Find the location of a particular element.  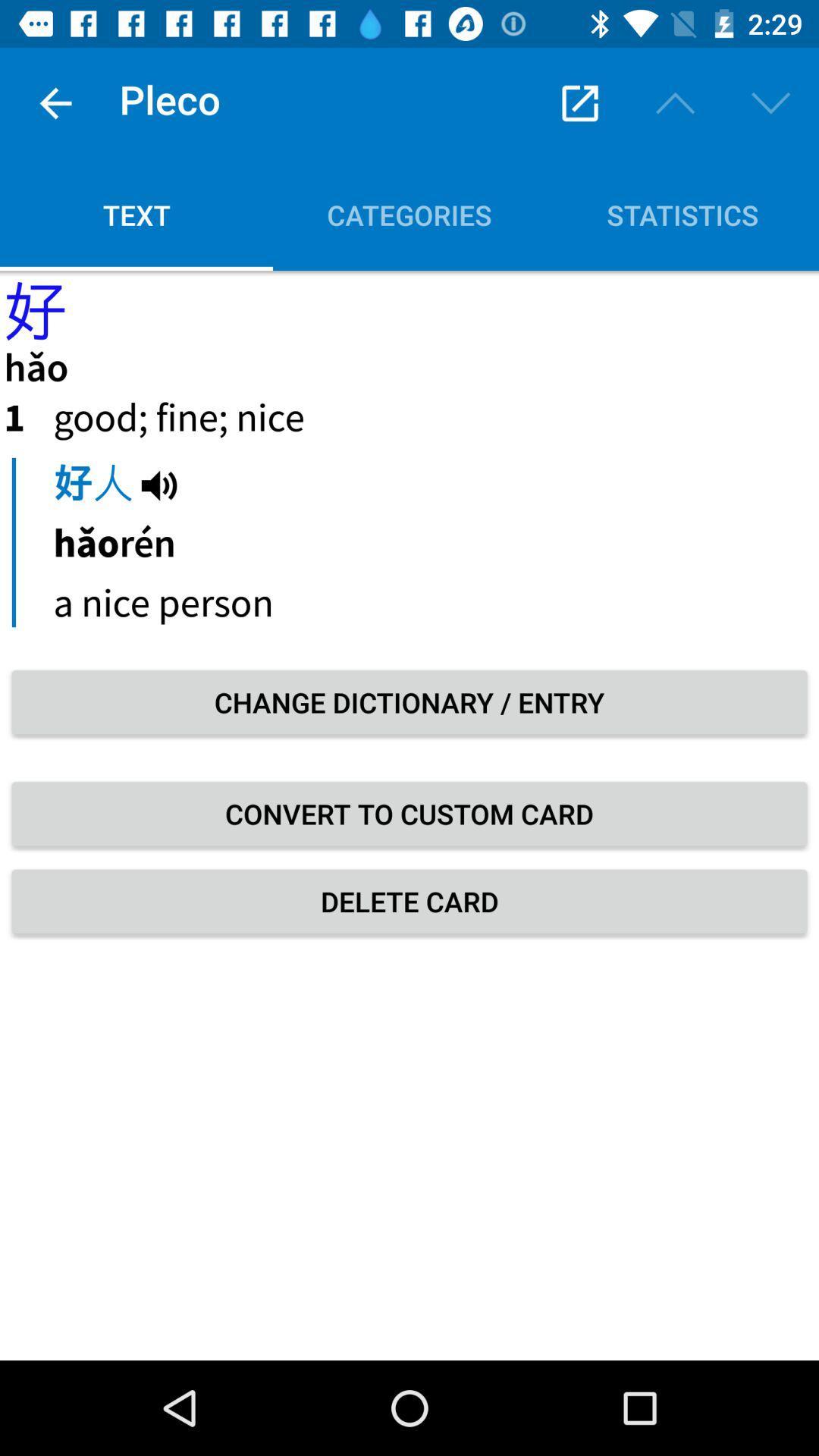

the icon above the categories is located at coordinates (579, 102).